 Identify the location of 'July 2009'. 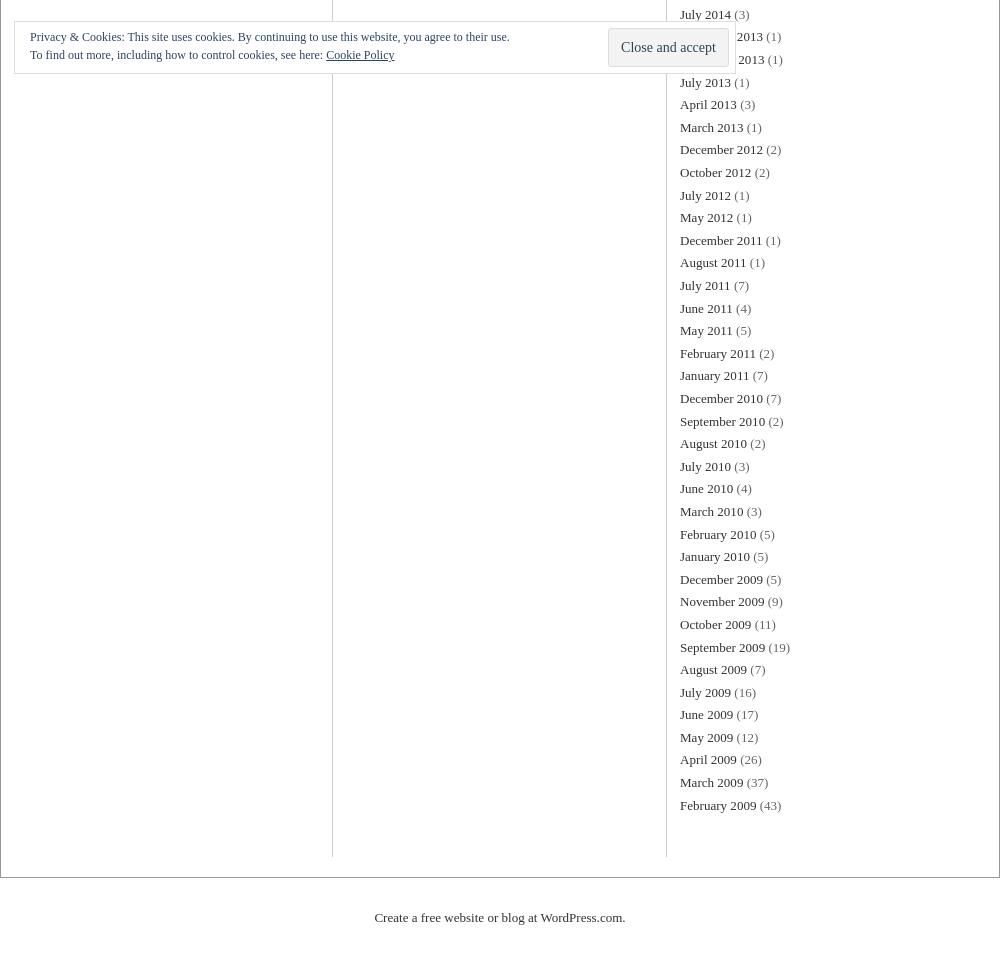
(704, 691).